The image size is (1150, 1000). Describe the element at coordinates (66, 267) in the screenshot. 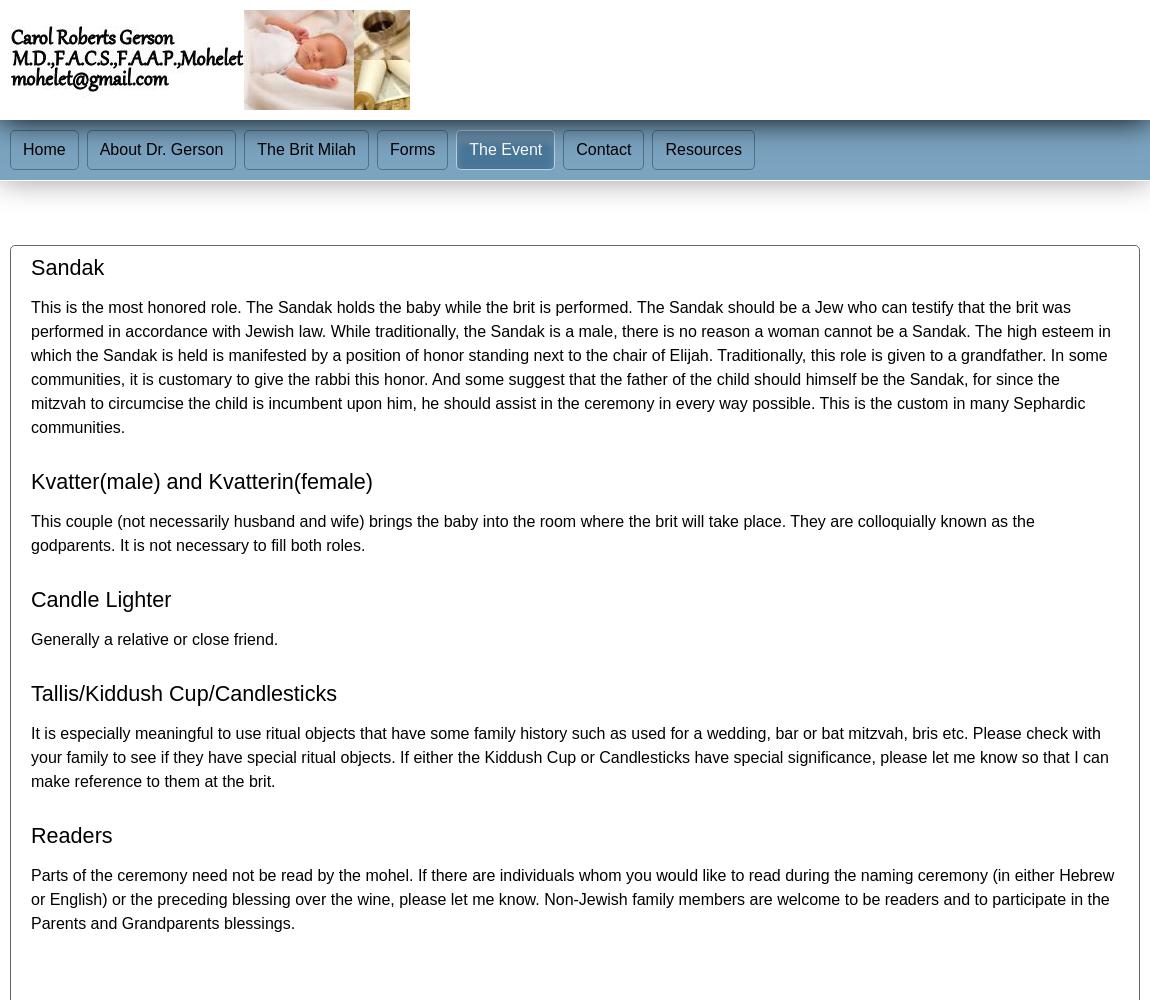

I see `'Sandak'` at that location.